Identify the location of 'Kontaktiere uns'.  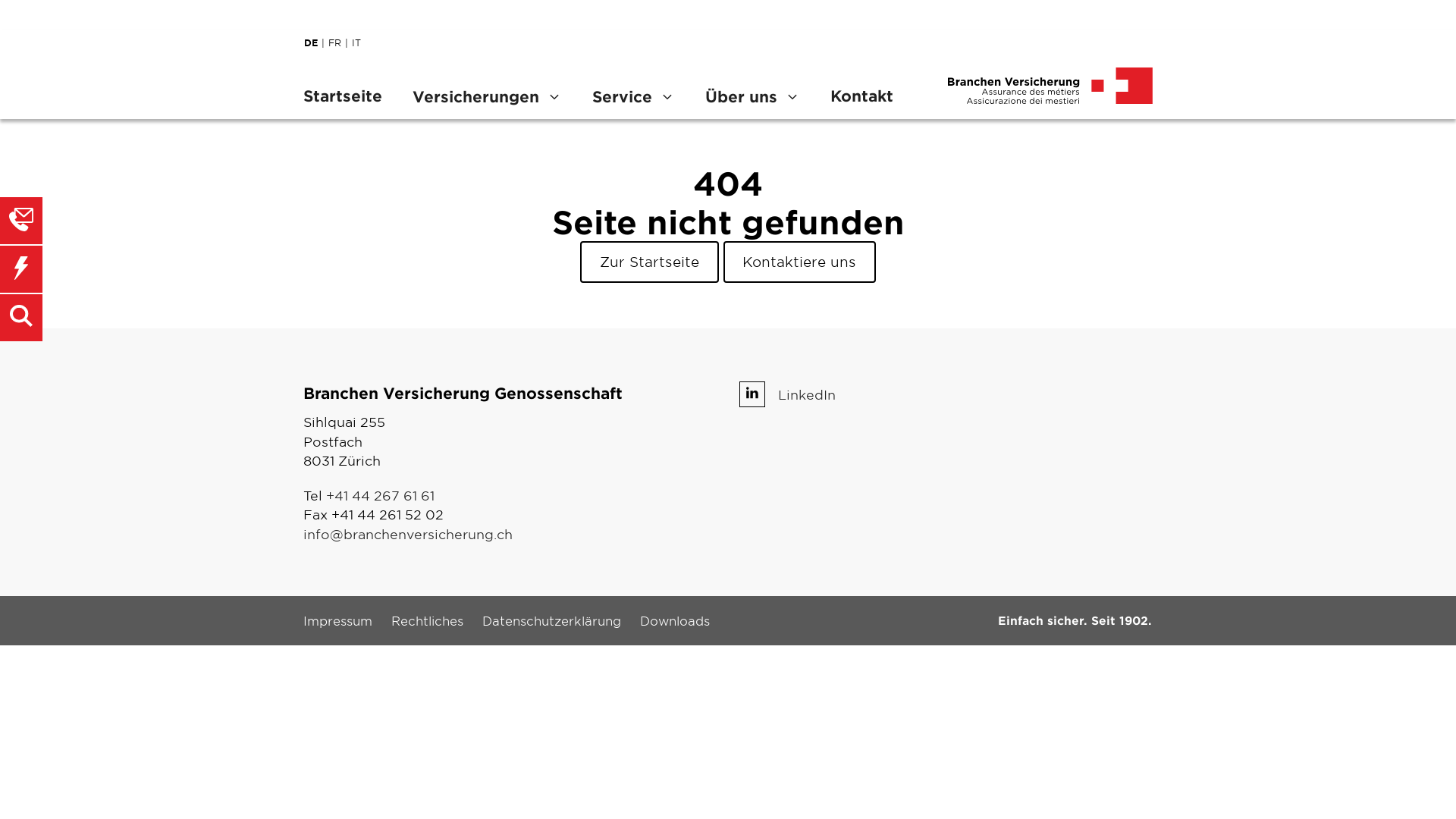
(799, 261).